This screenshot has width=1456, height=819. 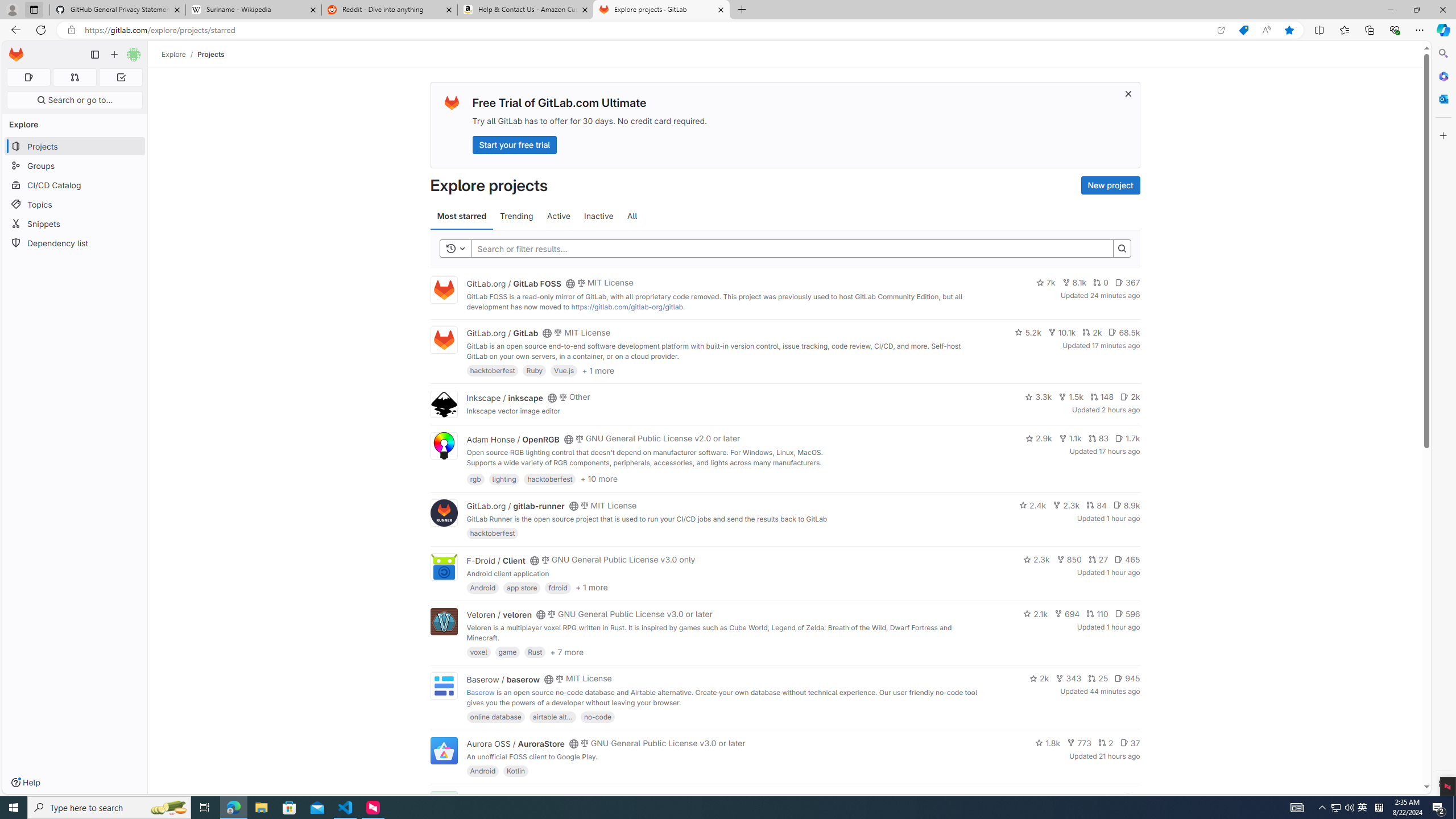 I want to click on '8.1k', so click(x=1073, y=283).